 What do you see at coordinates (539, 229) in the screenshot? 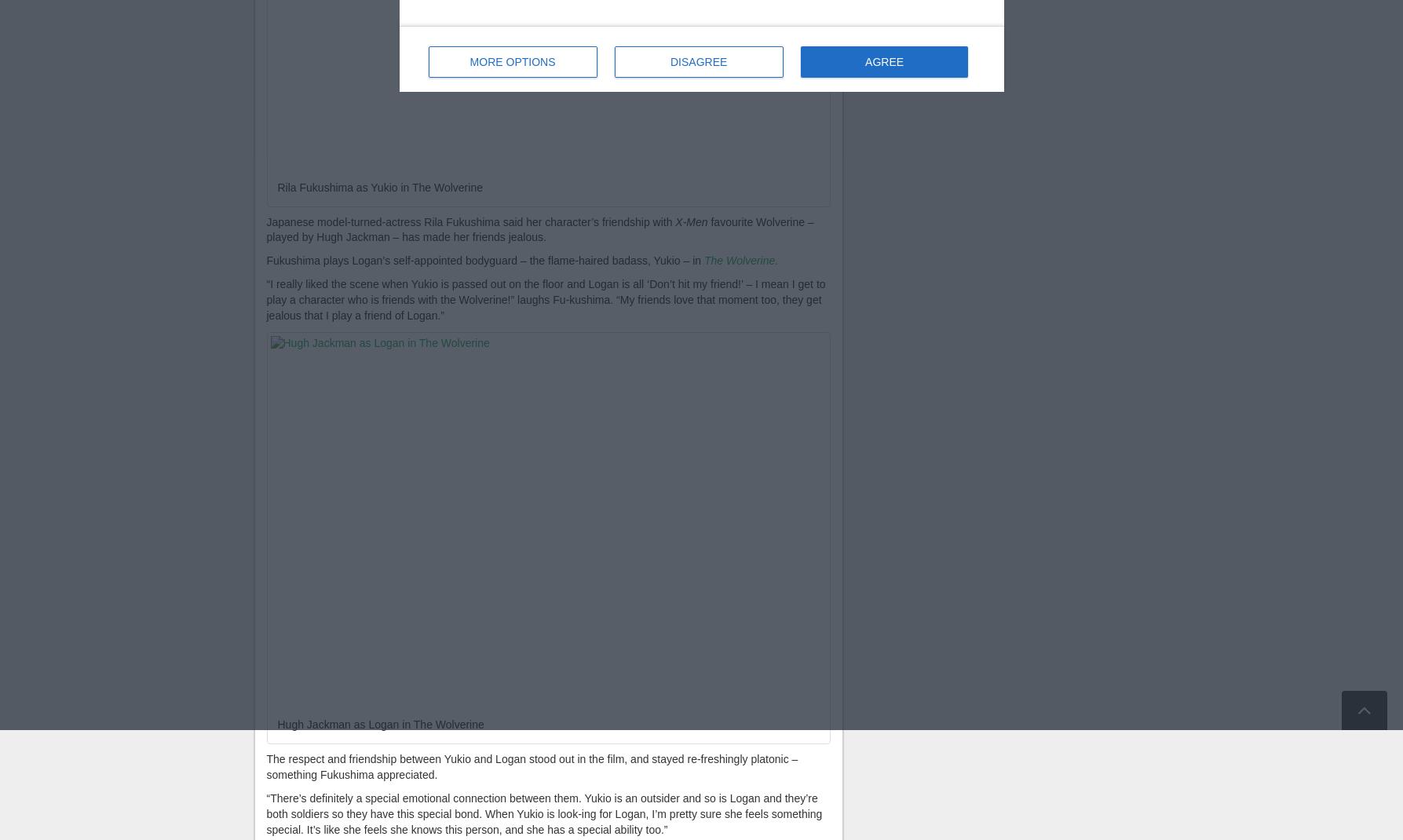
I see `'favourite Wolverine – played by Hugh Jackman – has made her friends jealous.'` at bounding box center [539, 229].